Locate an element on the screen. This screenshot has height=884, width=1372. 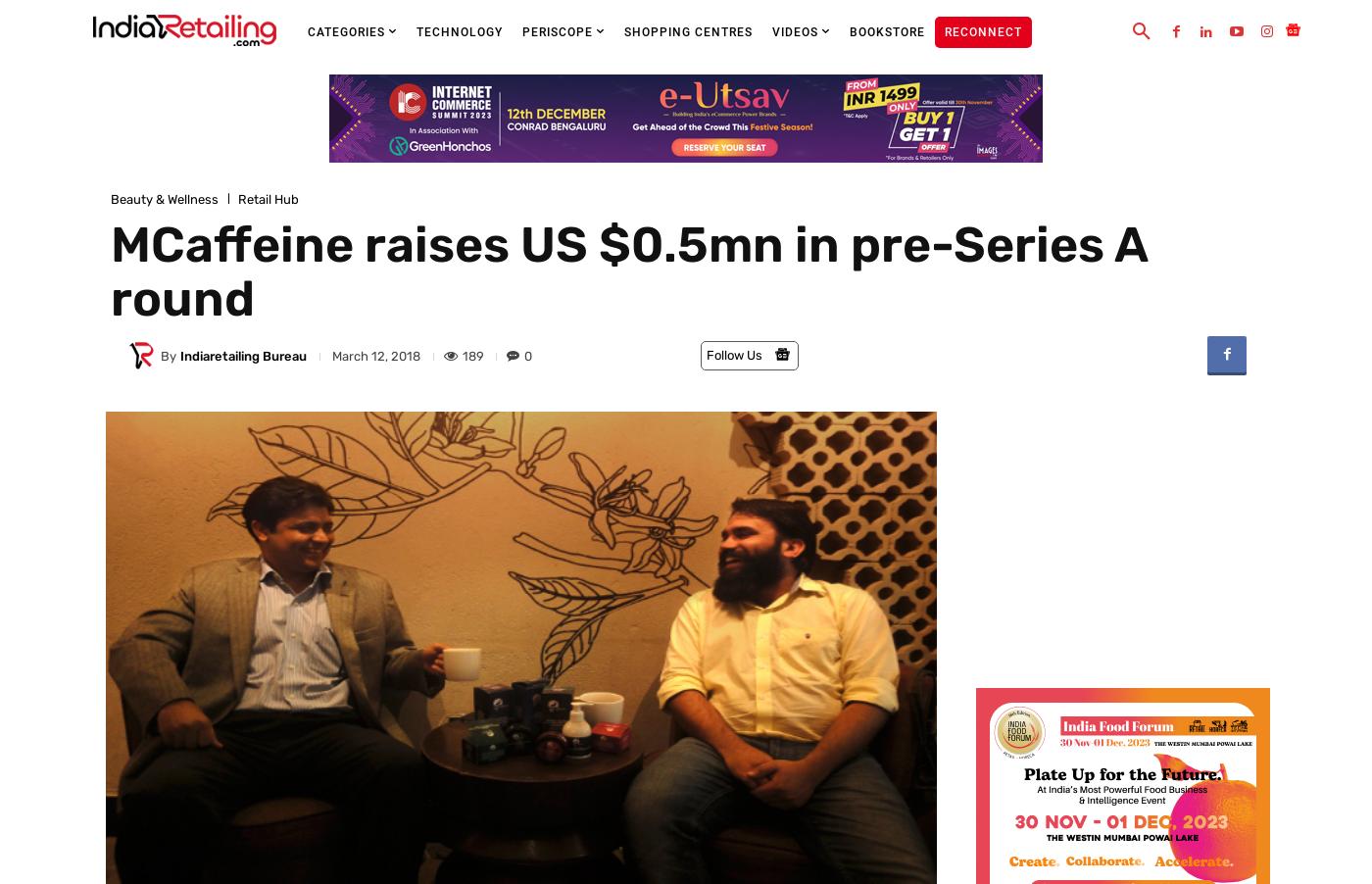
'Follow Us' is located at coordinates (734, 354).